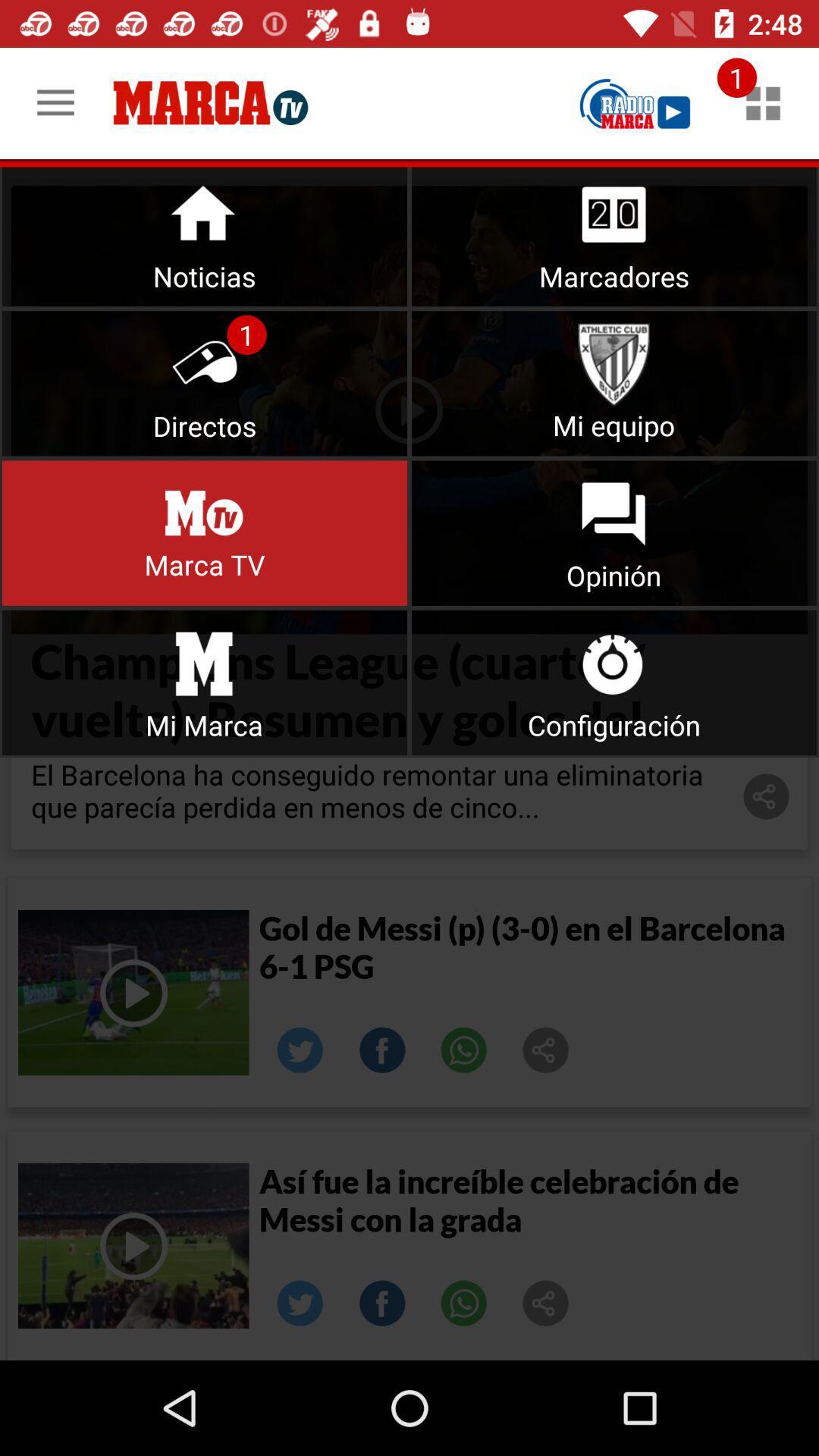 This screenshot has height=1456, width=819. I want to click on directory, so click(205, 383).